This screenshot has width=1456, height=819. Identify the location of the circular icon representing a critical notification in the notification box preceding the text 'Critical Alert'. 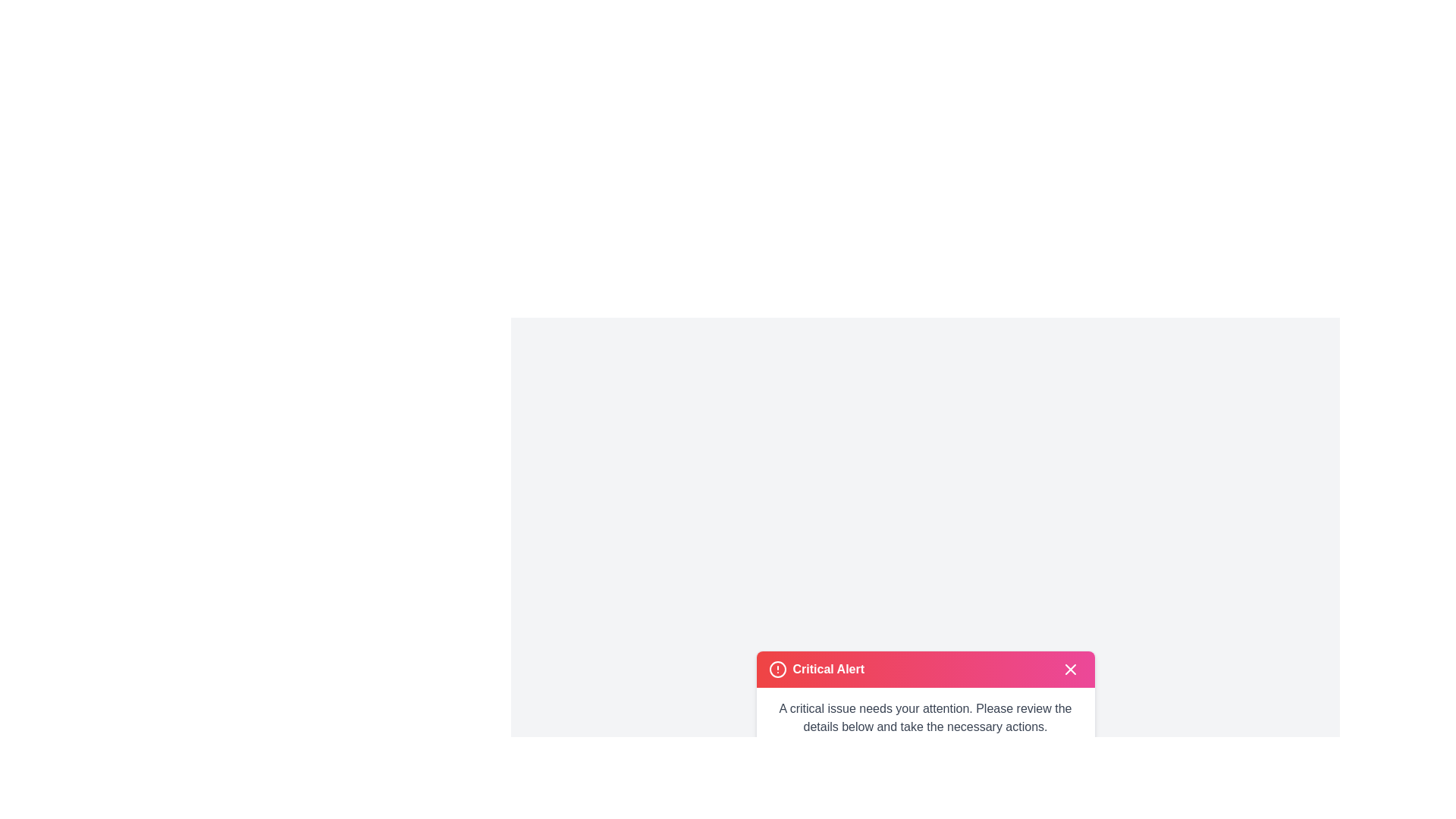
(777, 668).